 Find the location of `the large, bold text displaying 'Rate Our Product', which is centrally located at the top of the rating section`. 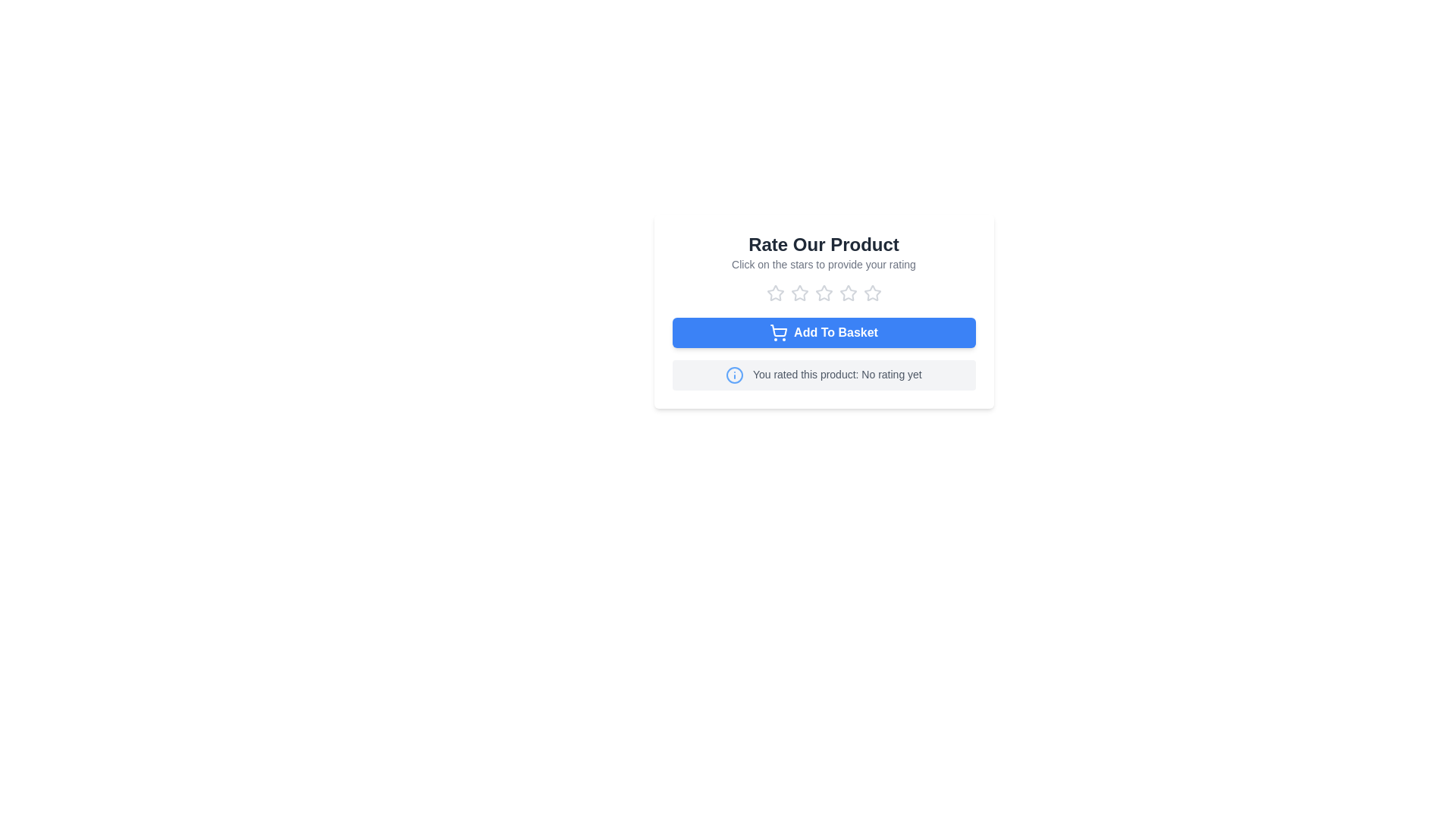

the large, bold text displaying 'Rate Our Product', which is centrally located at the top of the rating section is located at coordinates (823, 244).